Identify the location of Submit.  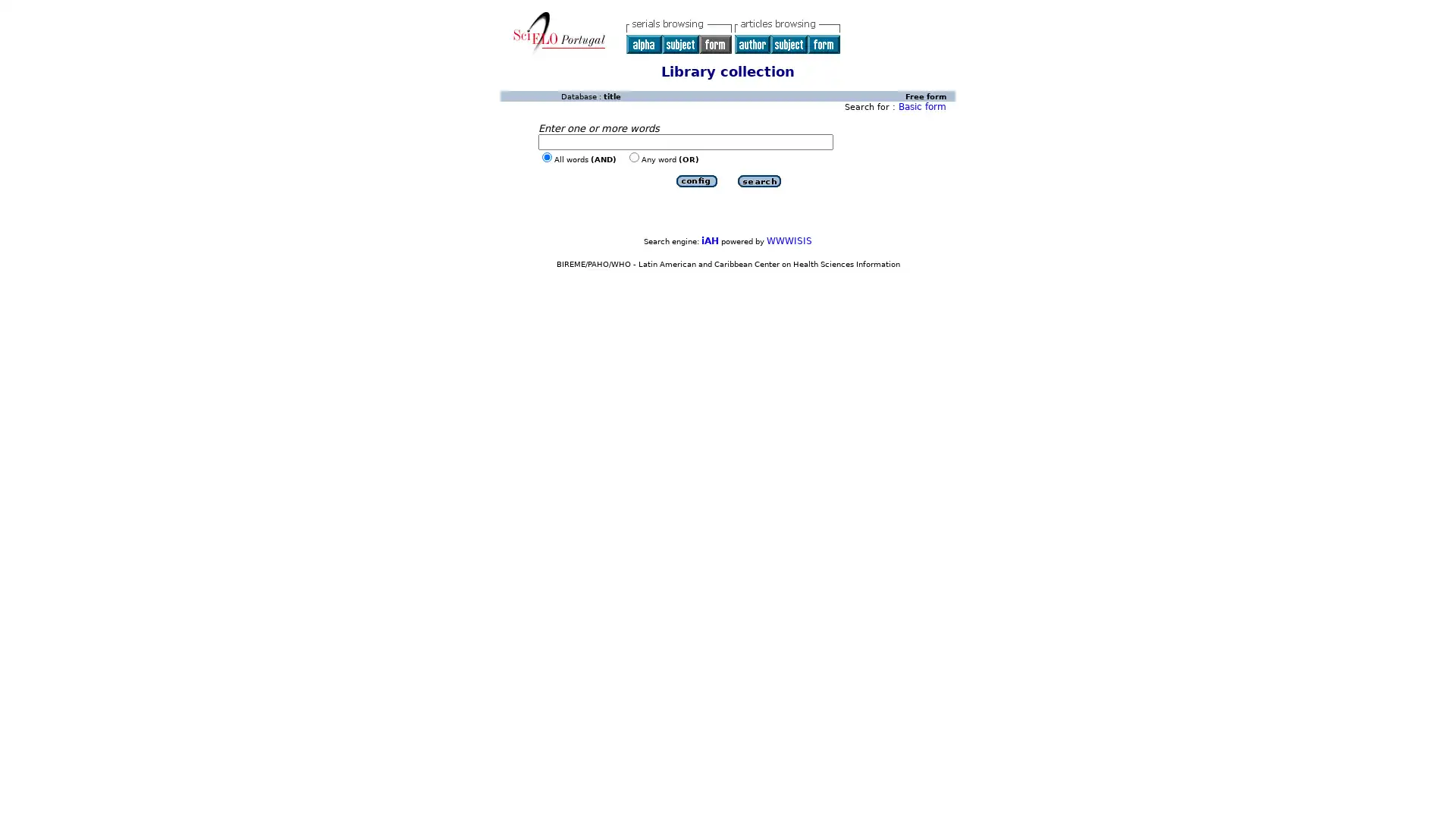
(758, 180).